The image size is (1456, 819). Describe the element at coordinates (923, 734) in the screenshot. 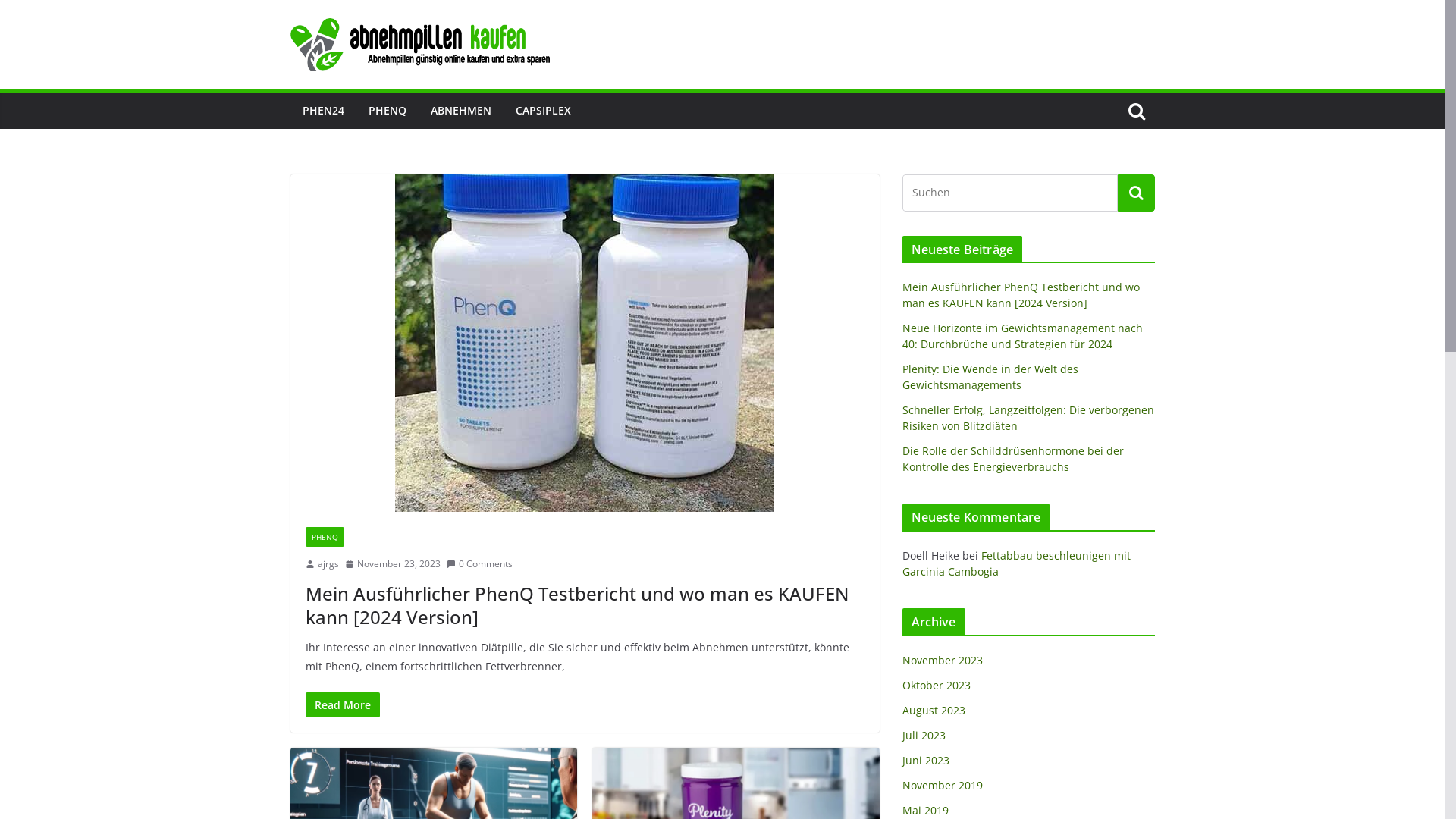

I see `'Juli 2023'` at that location.